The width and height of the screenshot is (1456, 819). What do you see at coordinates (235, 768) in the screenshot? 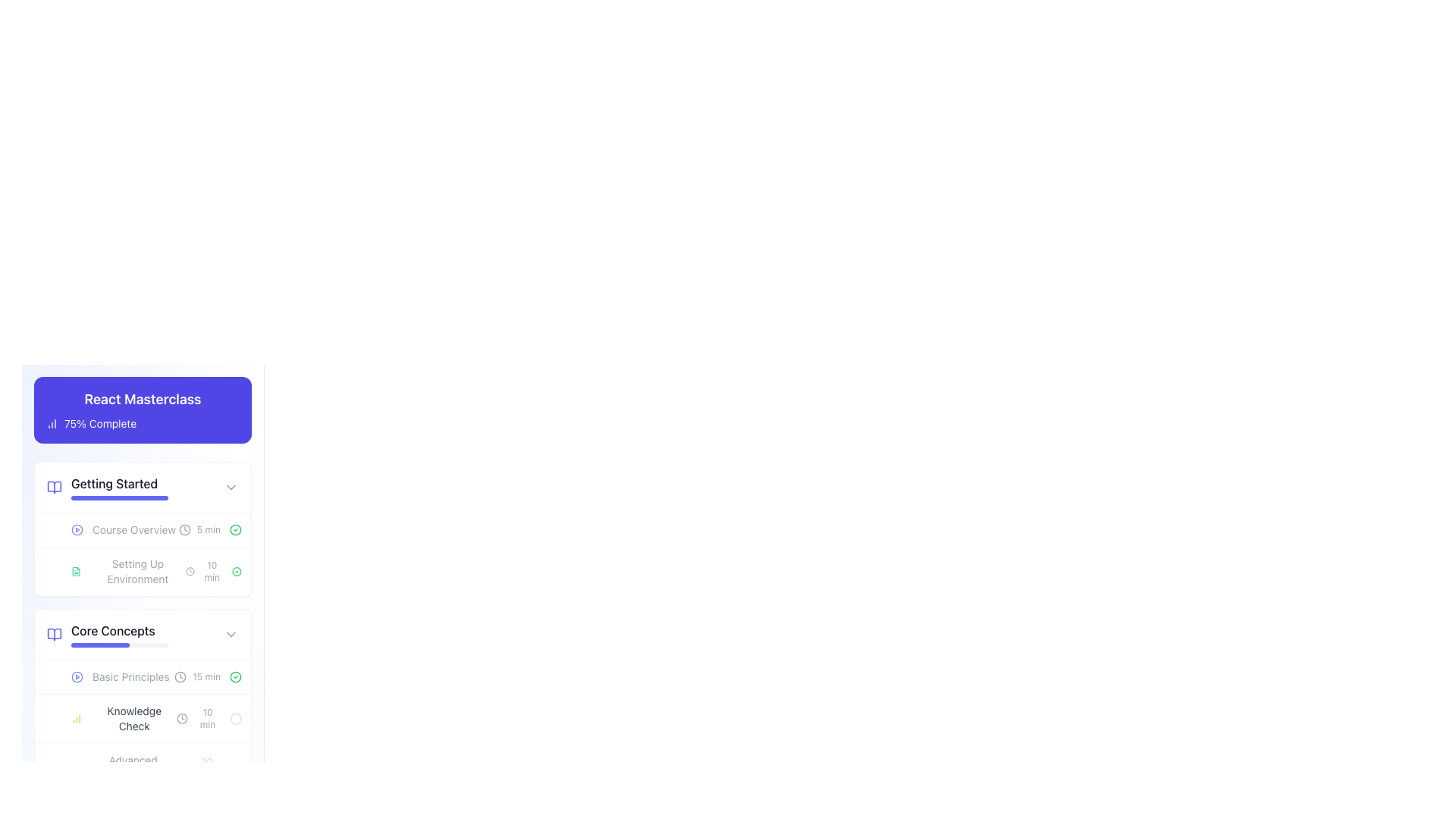
I see `the visual state of the lock icon located in the bottom right corner of the 'Knowledge Check' section, positioned below the '10 min' time label` at bounding box center [235, 768].